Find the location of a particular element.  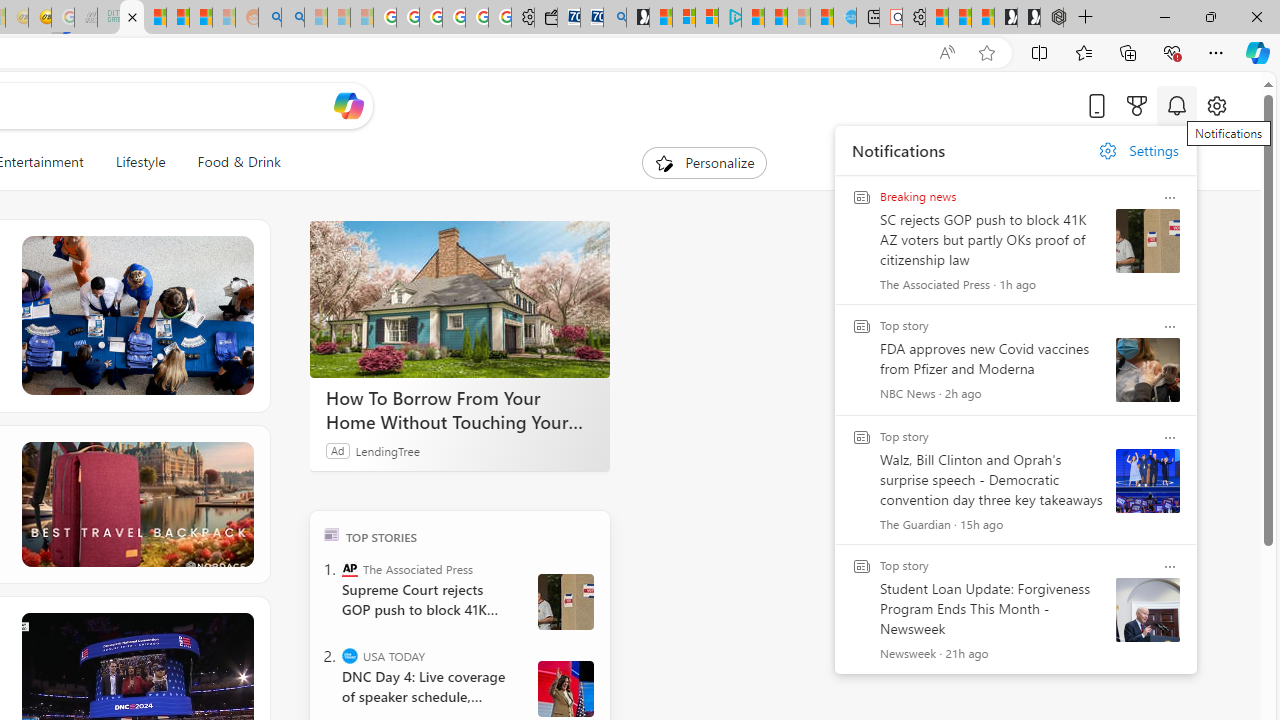

'Wallet' is located at coordinates (545, 17).